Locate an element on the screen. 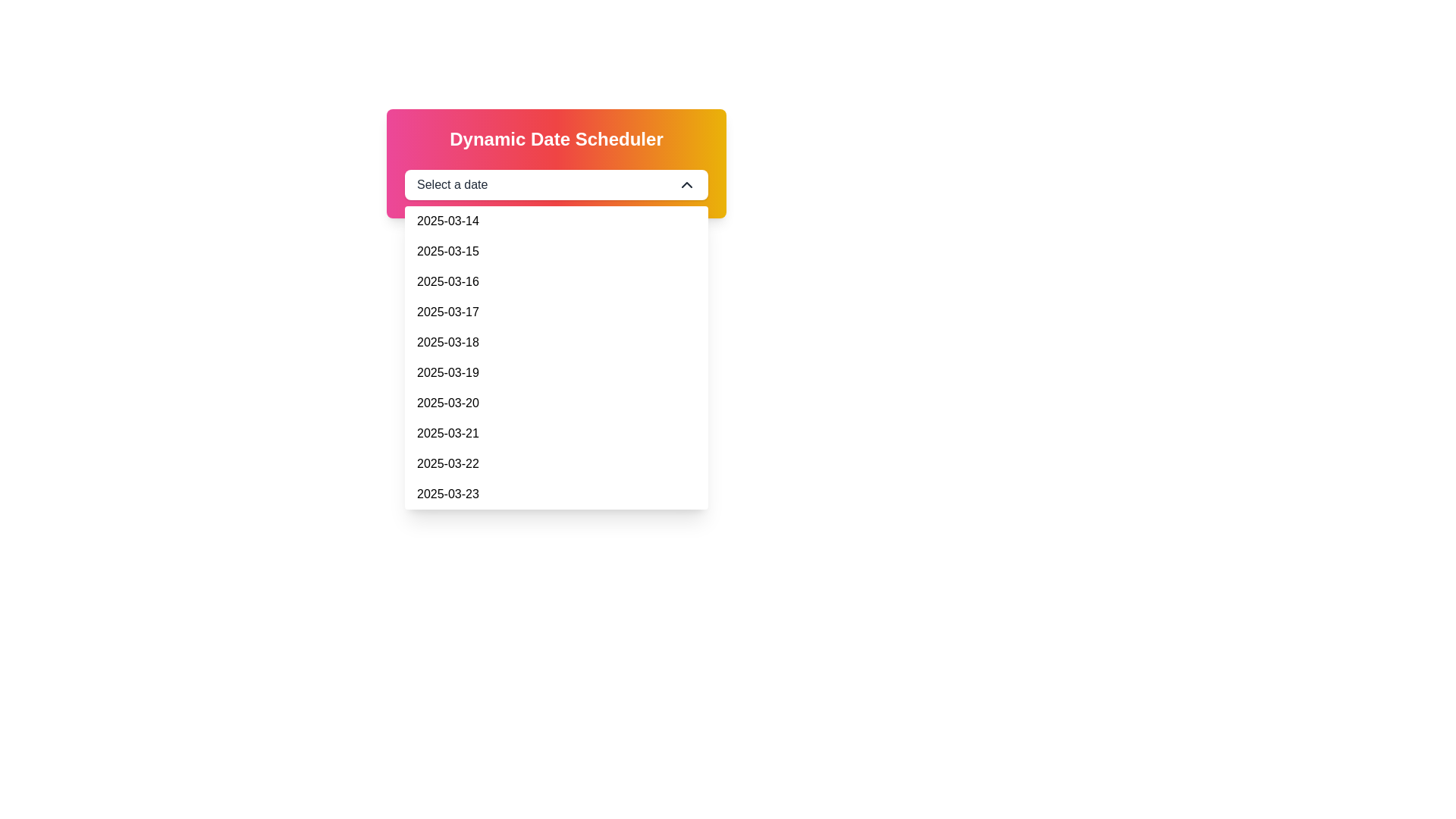 The width and height of the screenshot is (1456, 819). the Dropdown menu located below the 'Dynamic Date Scheduler' heading to navigate is located at coordinates (556, 184).